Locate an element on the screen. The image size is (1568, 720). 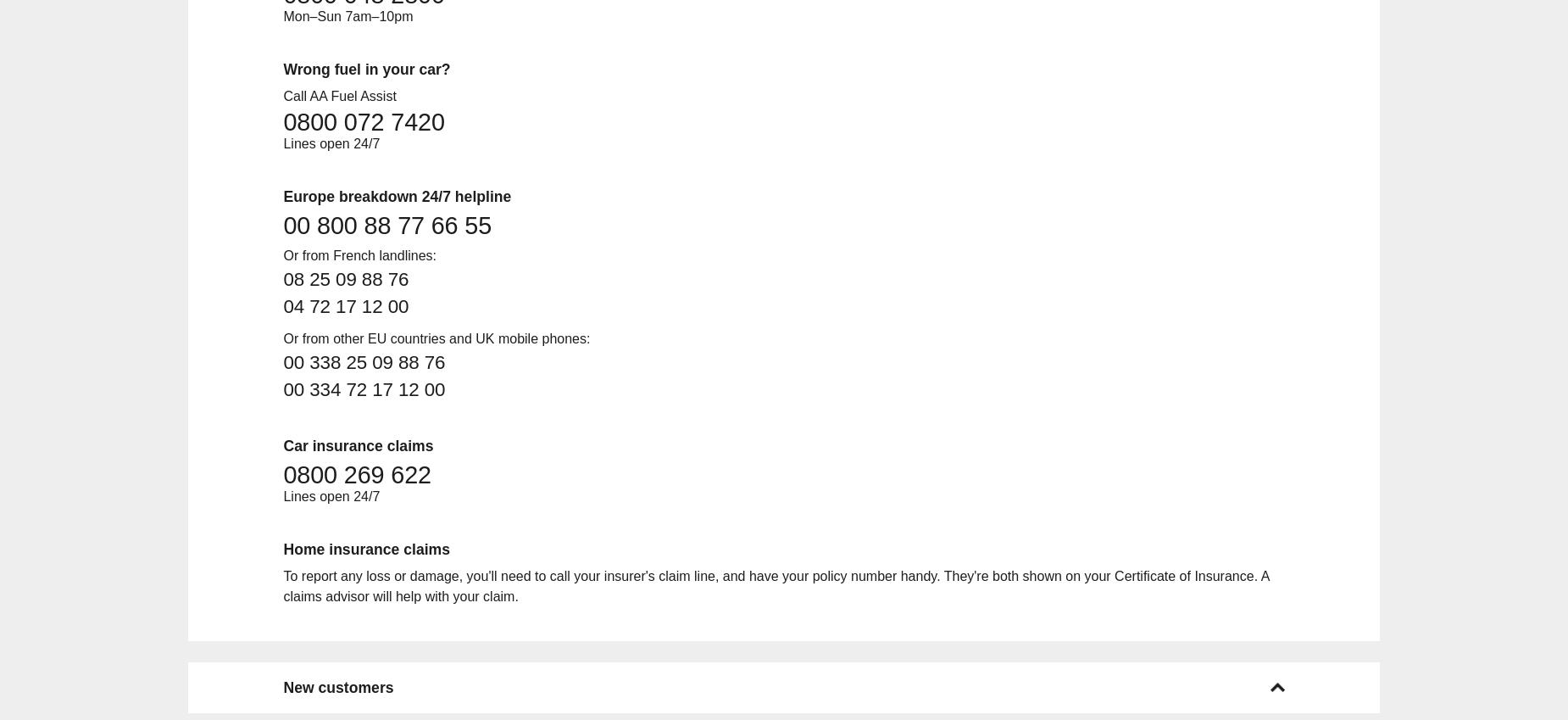
'08 25 09 88 76' is located at coordinates (344, 277).